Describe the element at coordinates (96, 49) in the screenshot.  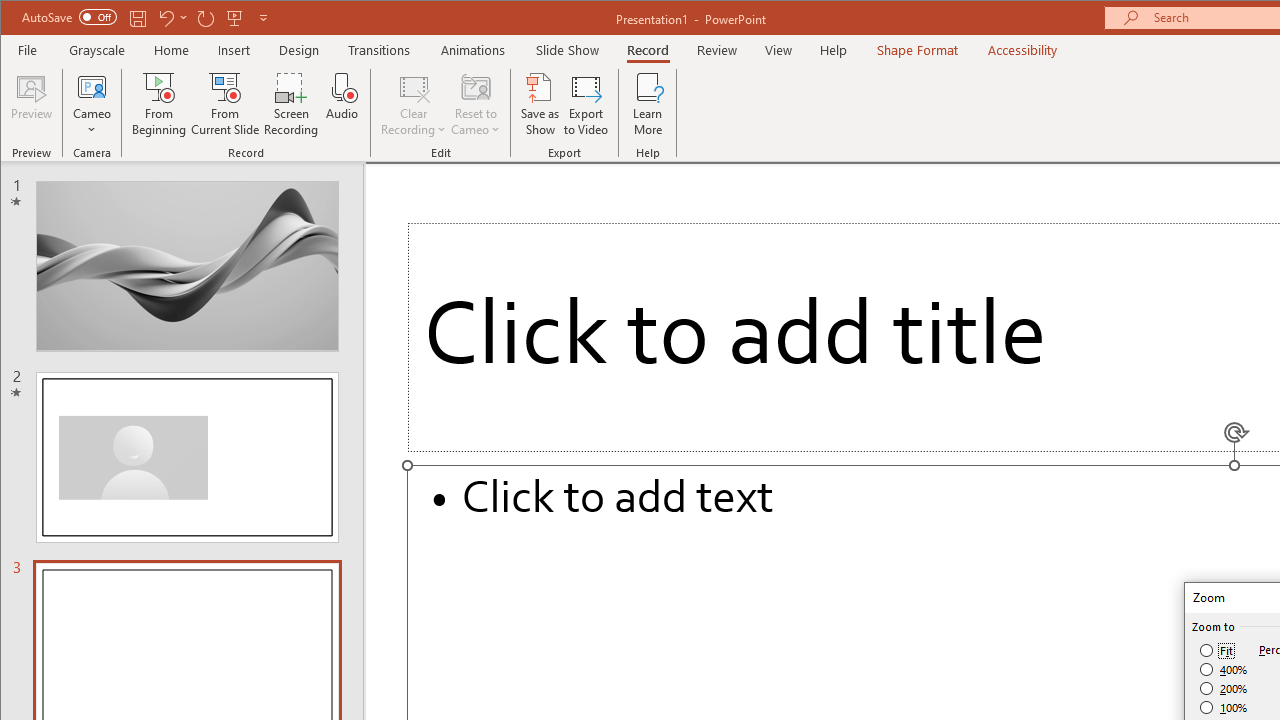
I see `'Grayscale'` at that location.